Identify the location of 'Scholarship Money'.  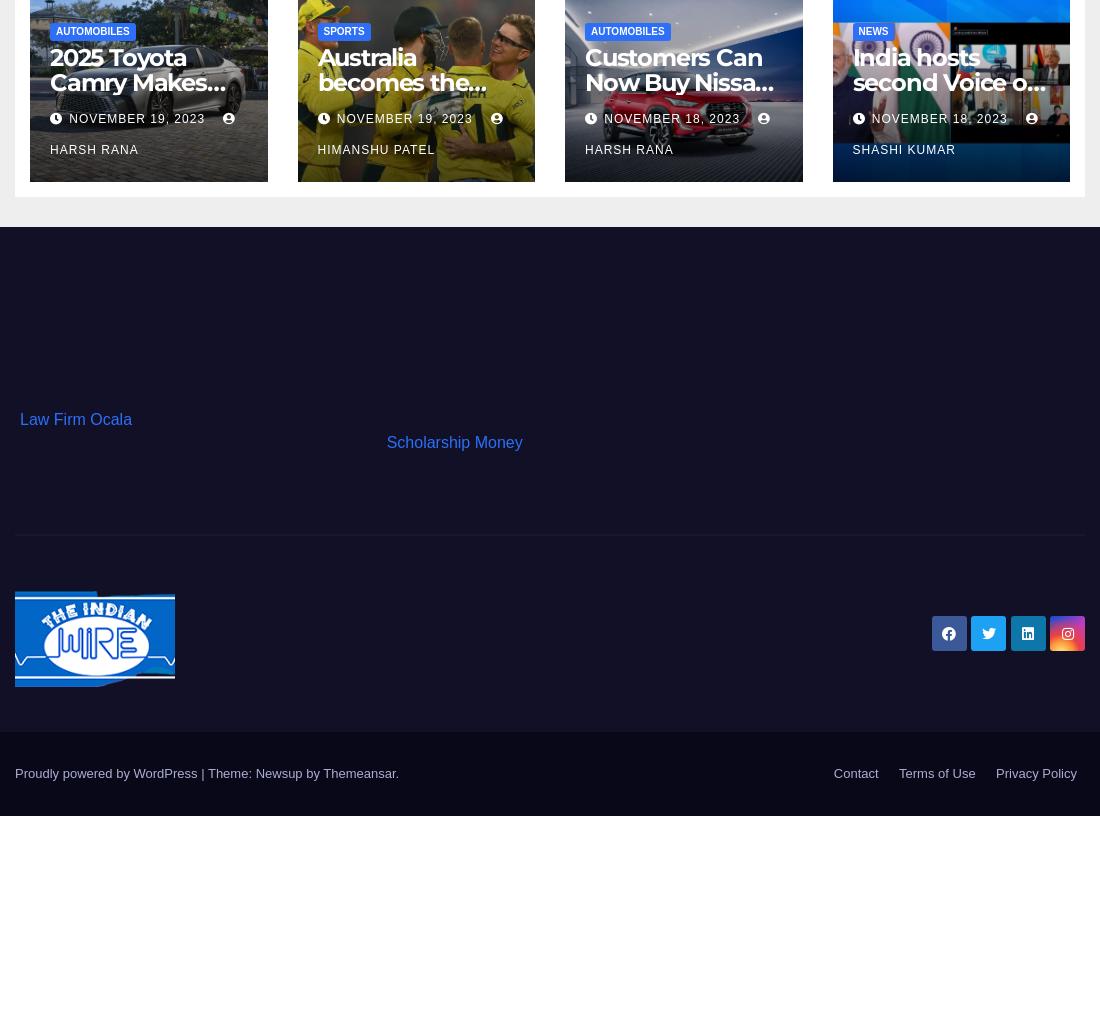
(452, 441).